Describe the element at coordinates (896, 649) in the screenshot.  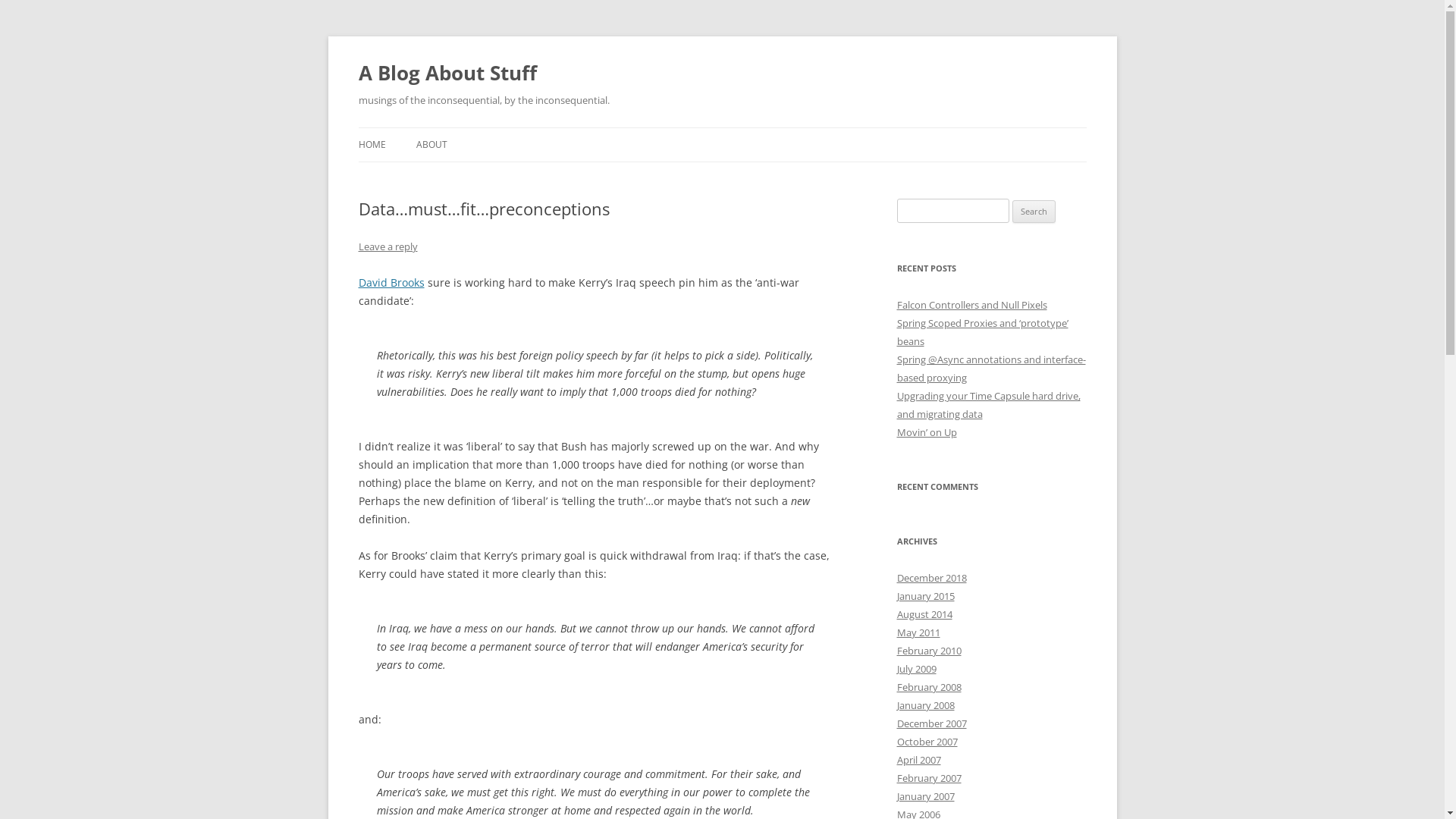
I see `'February 2010'` at that location.